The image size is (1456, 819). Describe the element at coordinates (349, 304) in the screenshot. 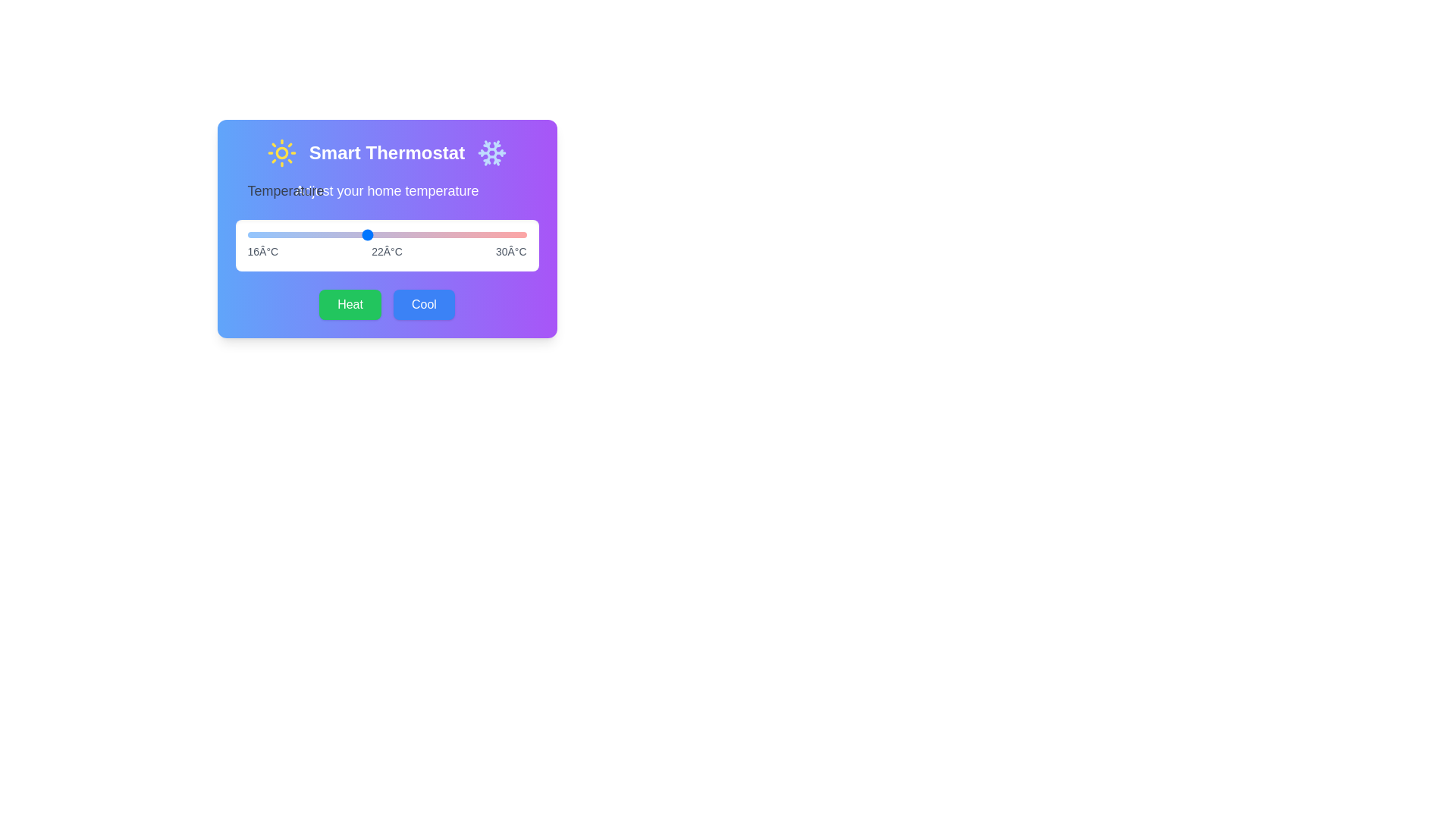

I see `the 'Heat' button` at that location.